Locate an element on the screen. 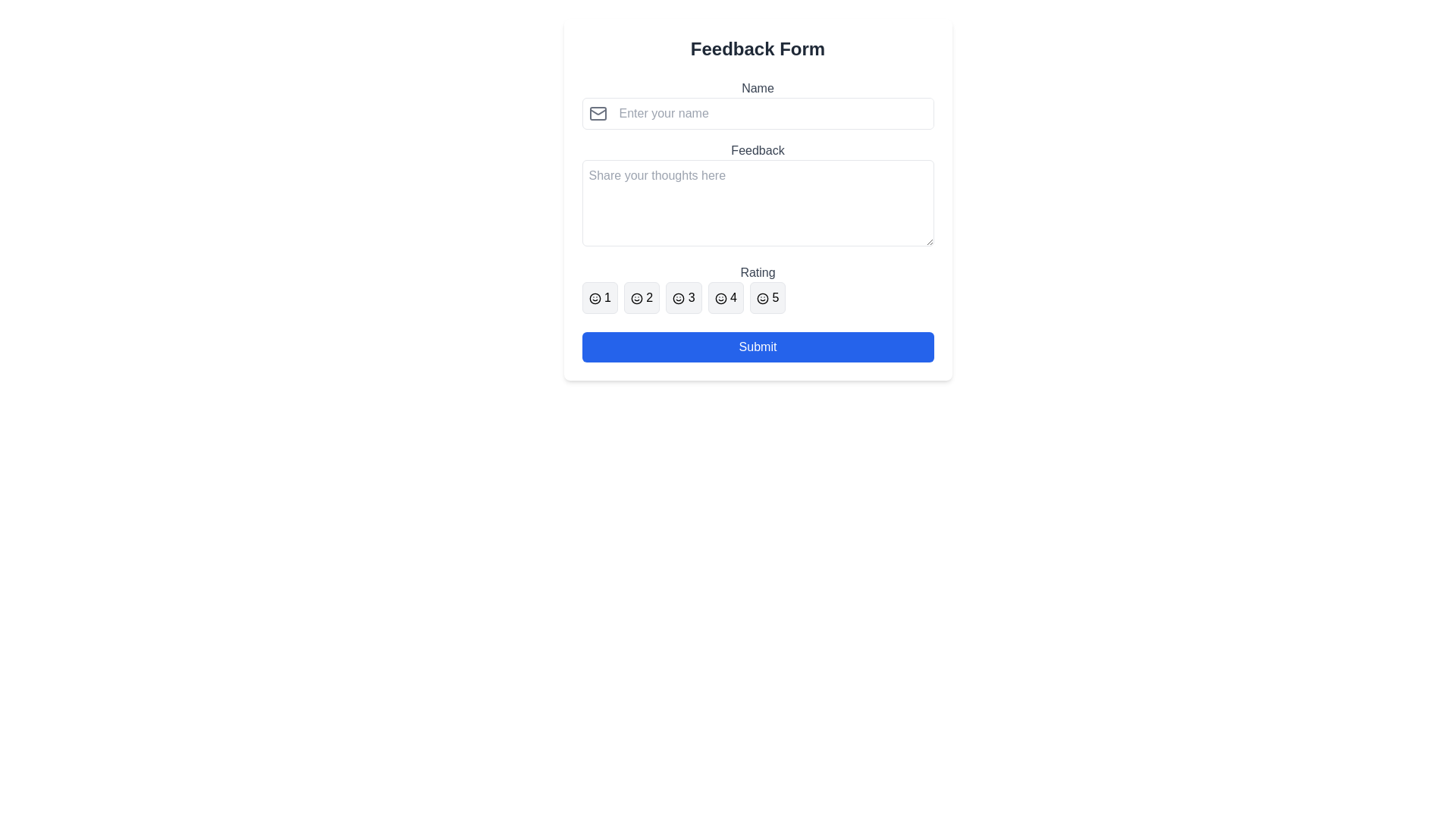 This screenshot has height=819, width=1456. the fourth clickable smiley icon, which is a small circular icon featuring a smiling face is located at coordinates (720, 298).